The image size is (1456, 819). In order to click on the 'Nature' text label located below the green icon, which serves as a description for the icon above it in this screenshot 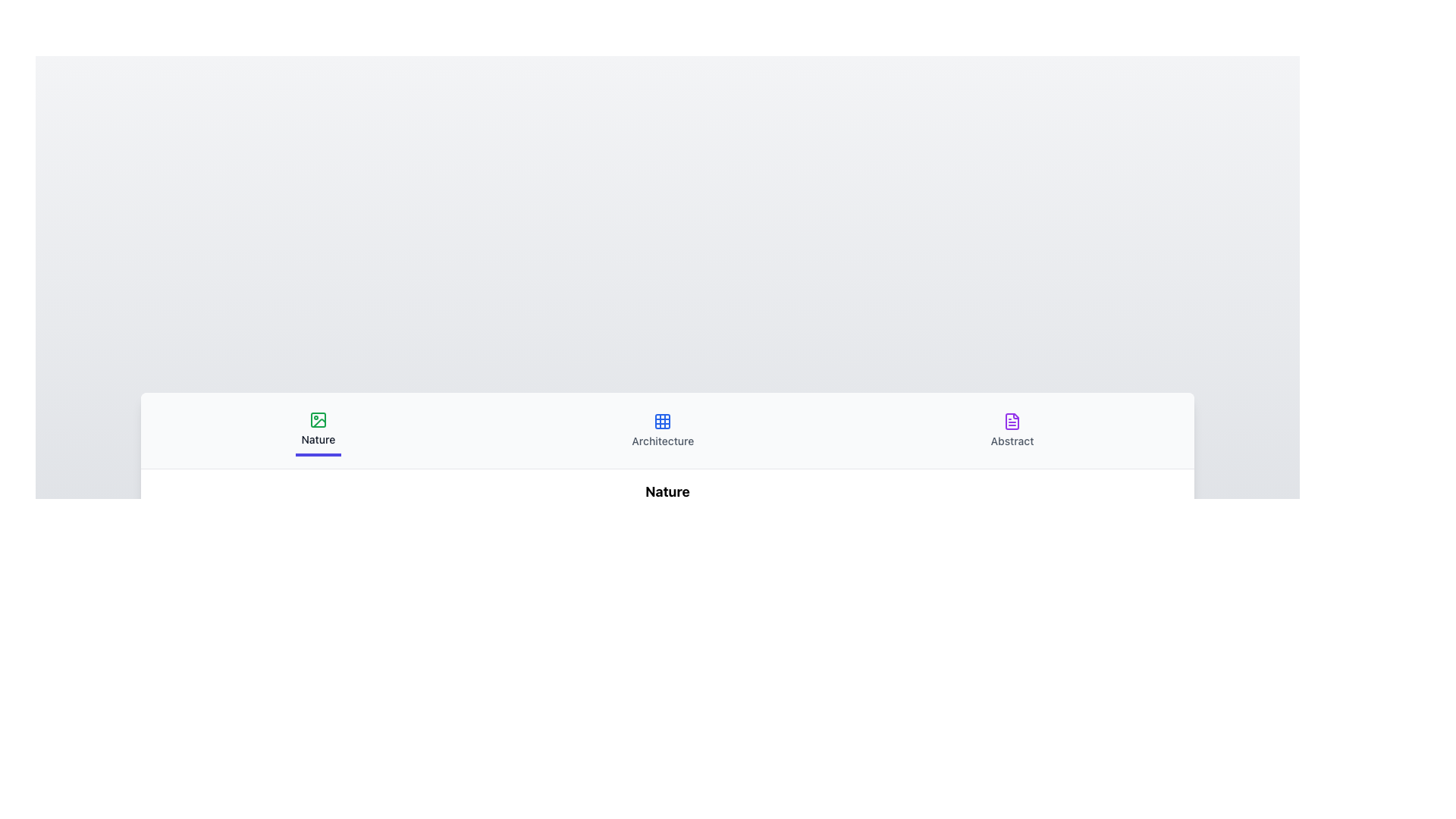, I will do `click(317, 439)`.